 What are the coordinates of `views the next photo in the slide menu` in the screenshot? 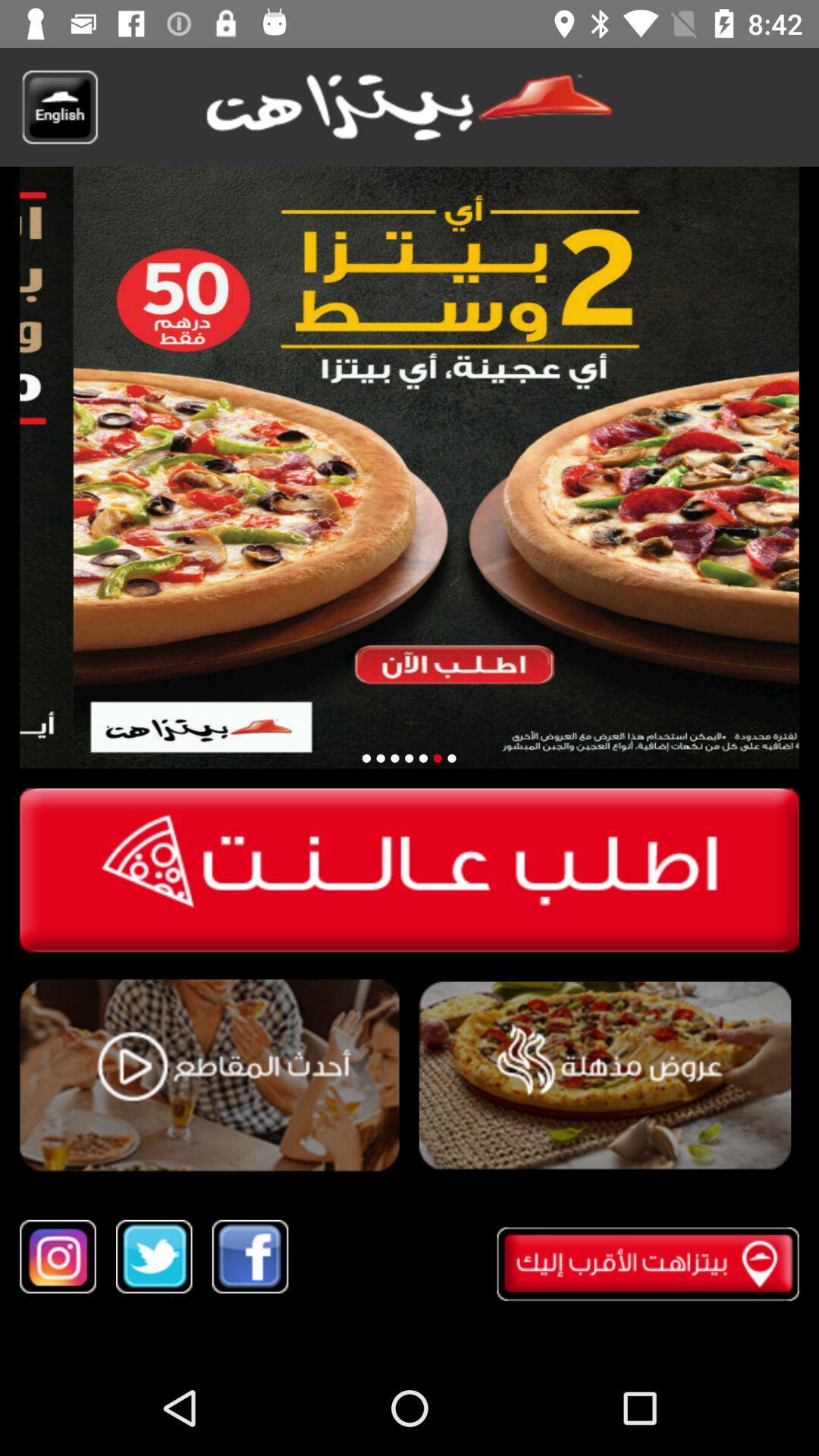 It's located at (423, 758).